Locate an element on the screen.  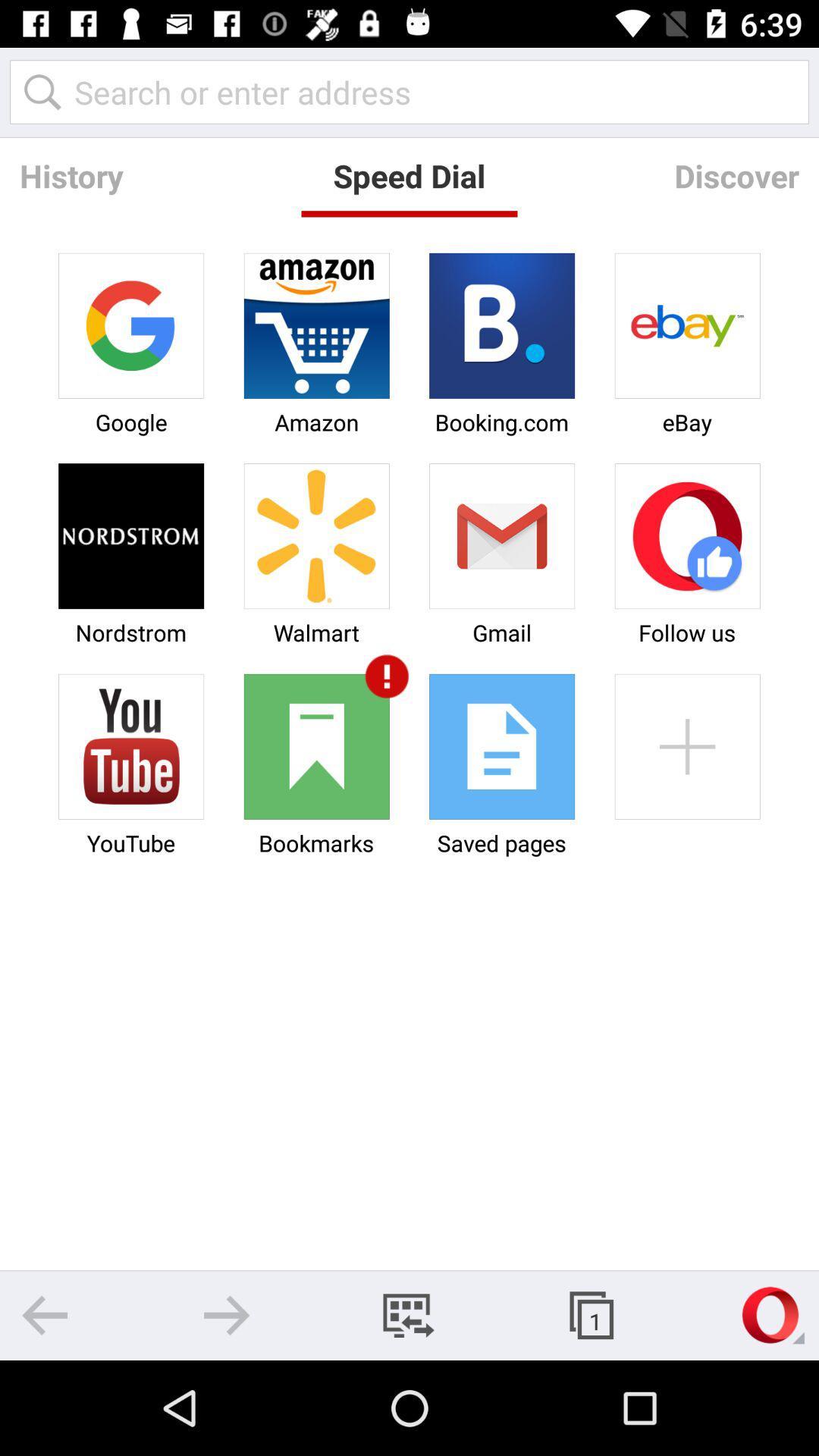
the icon below follow us item is located at coordinates (687, 746).